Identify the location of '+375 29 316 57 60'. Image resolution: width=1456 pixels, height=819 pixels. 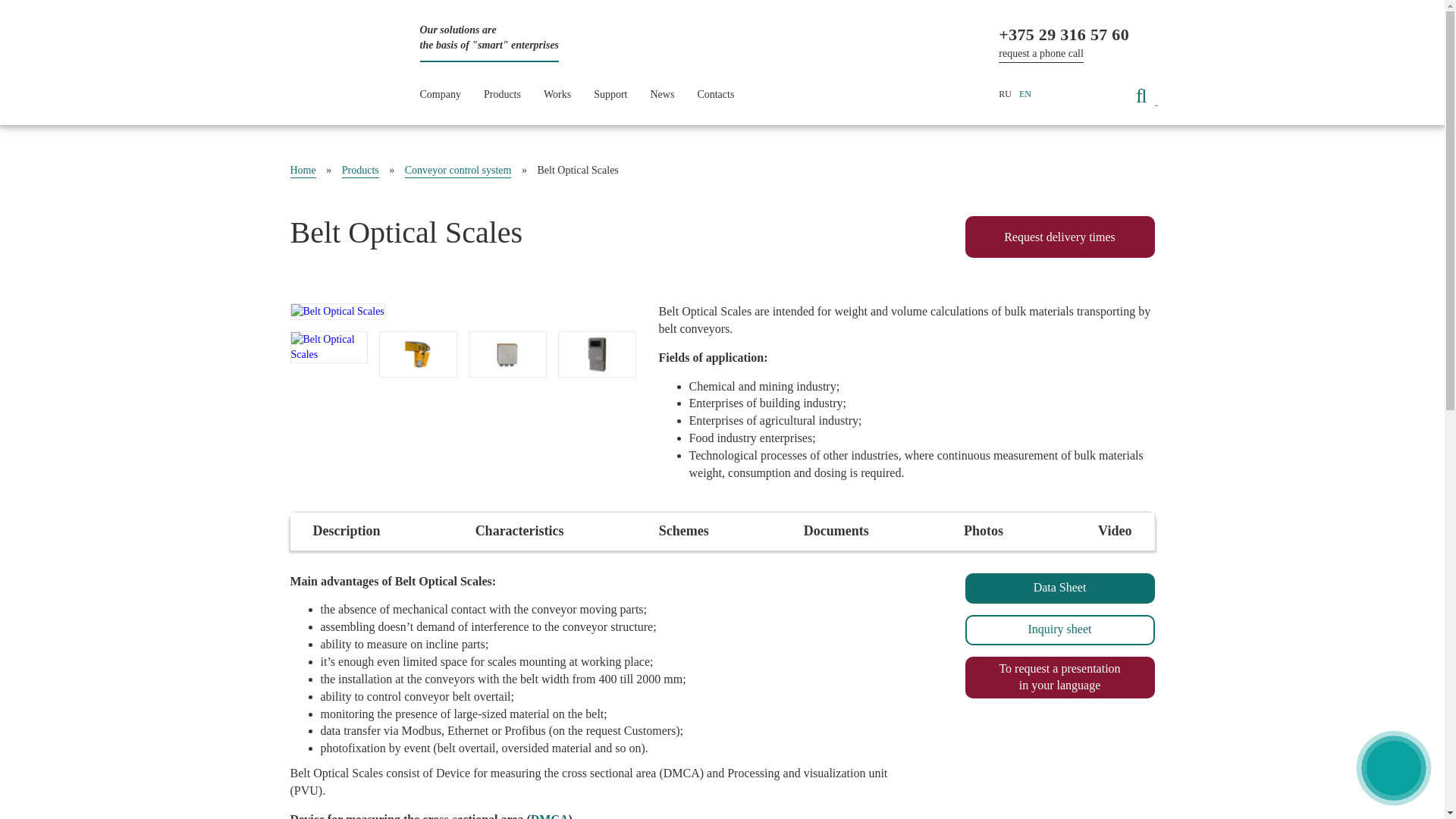
(1062, 34).